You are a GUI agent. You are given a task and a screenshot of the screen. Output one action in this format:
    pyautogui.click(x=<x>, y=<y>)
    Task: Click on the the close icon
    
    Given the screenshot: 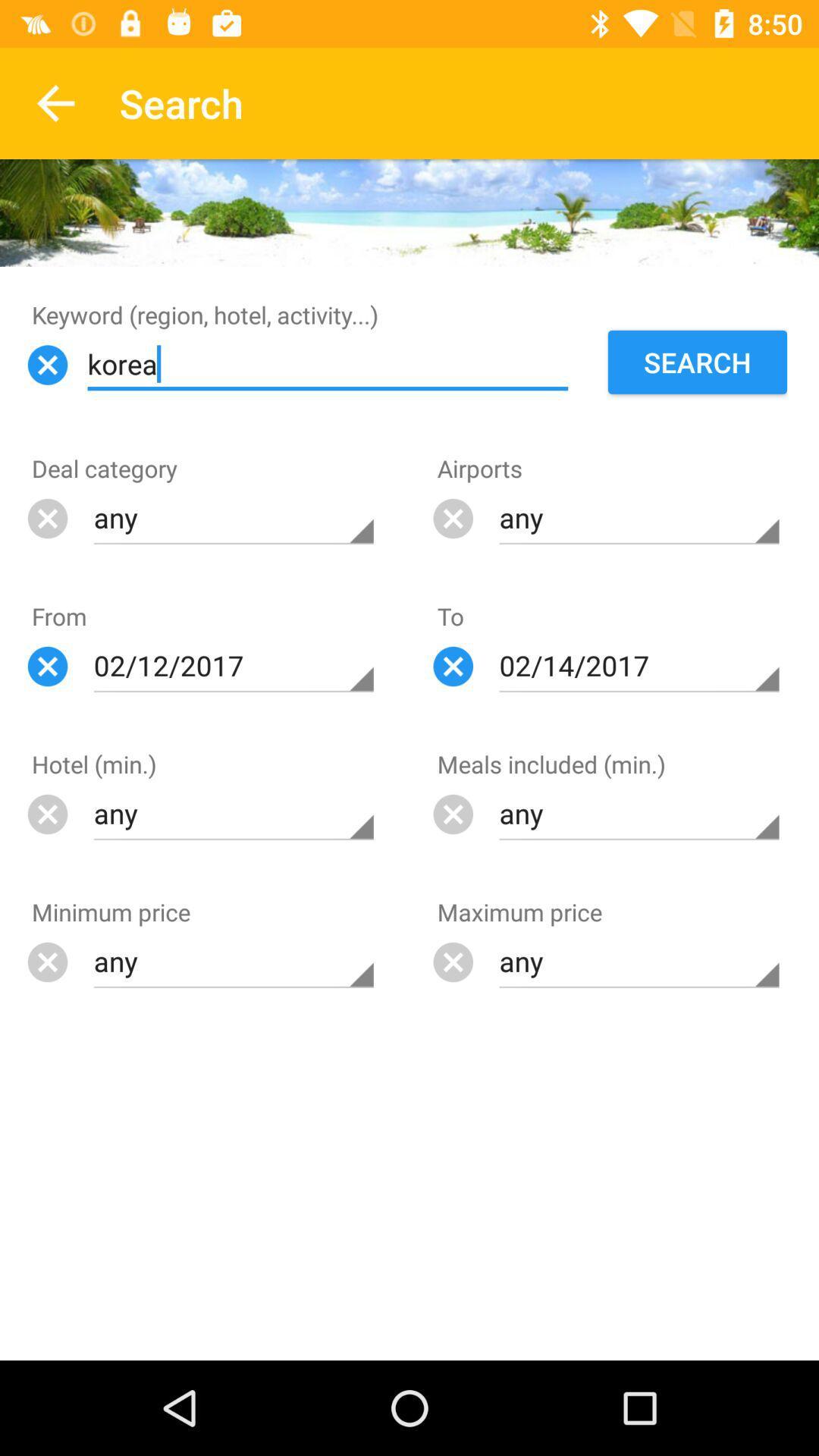 What is the action you would take?
    pyautogui.click(x=452, y=666)
    